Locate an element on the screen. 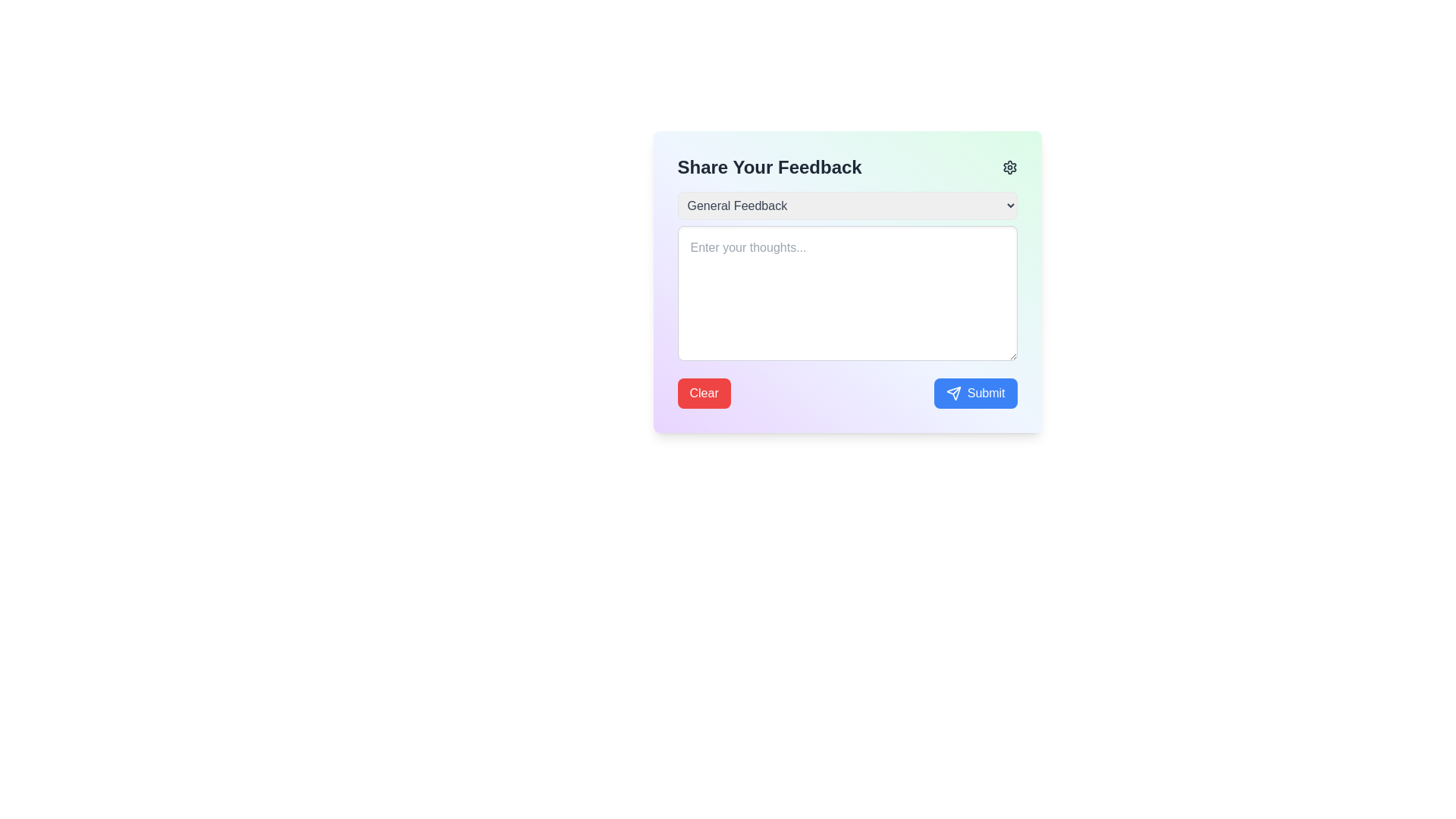  the cogwheel icon representing settings, located in the upper-right corner of the feedback panel is located at coordinates (1009, 167).